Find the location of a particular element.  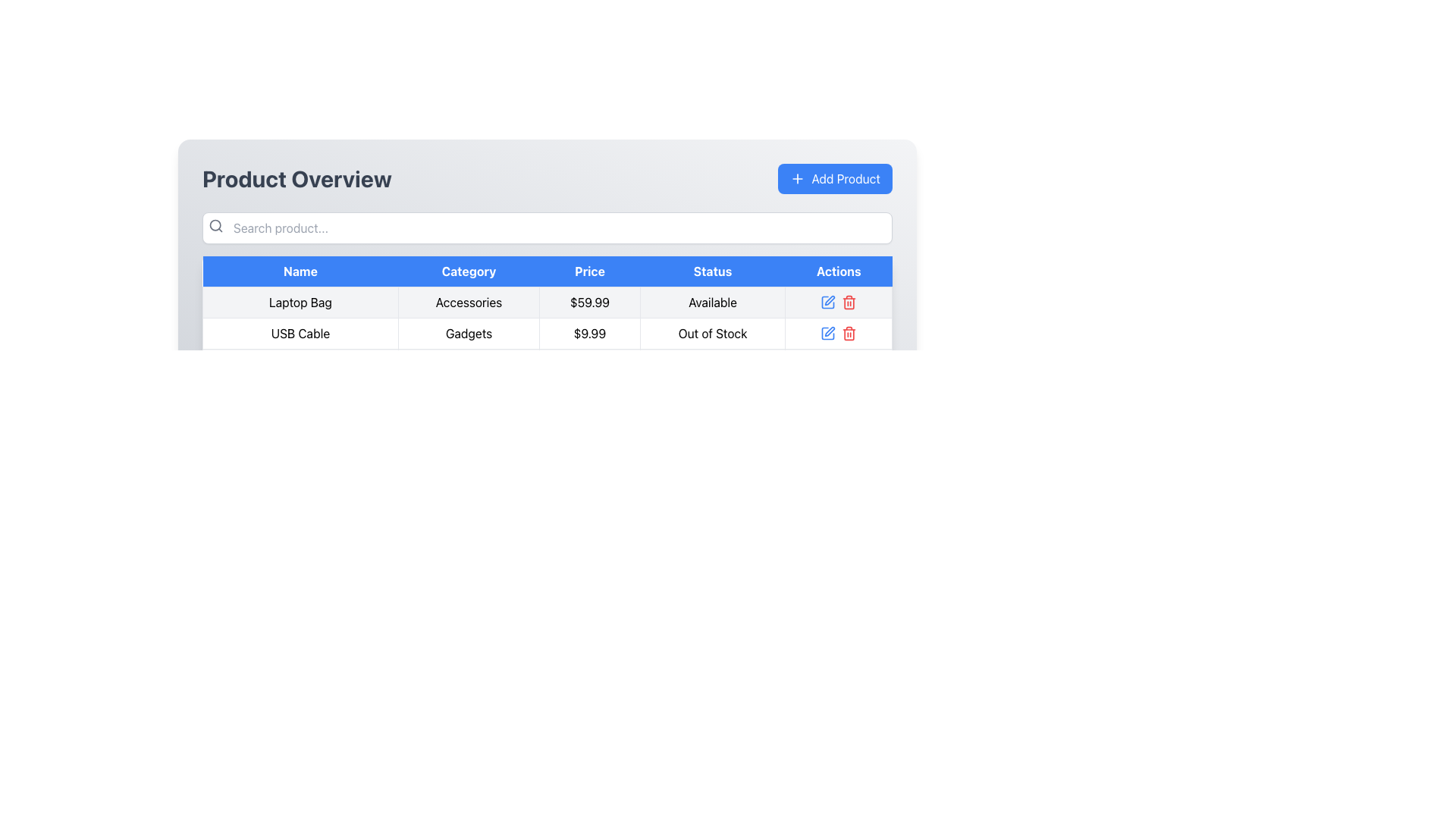

the non-interactive table cell displaying 'Accessories', which is the second cell in the first row under the 'Product Overview' section, positioned between 'Laptop Bag' and '$59.99' is located at coordinates (468, 302).